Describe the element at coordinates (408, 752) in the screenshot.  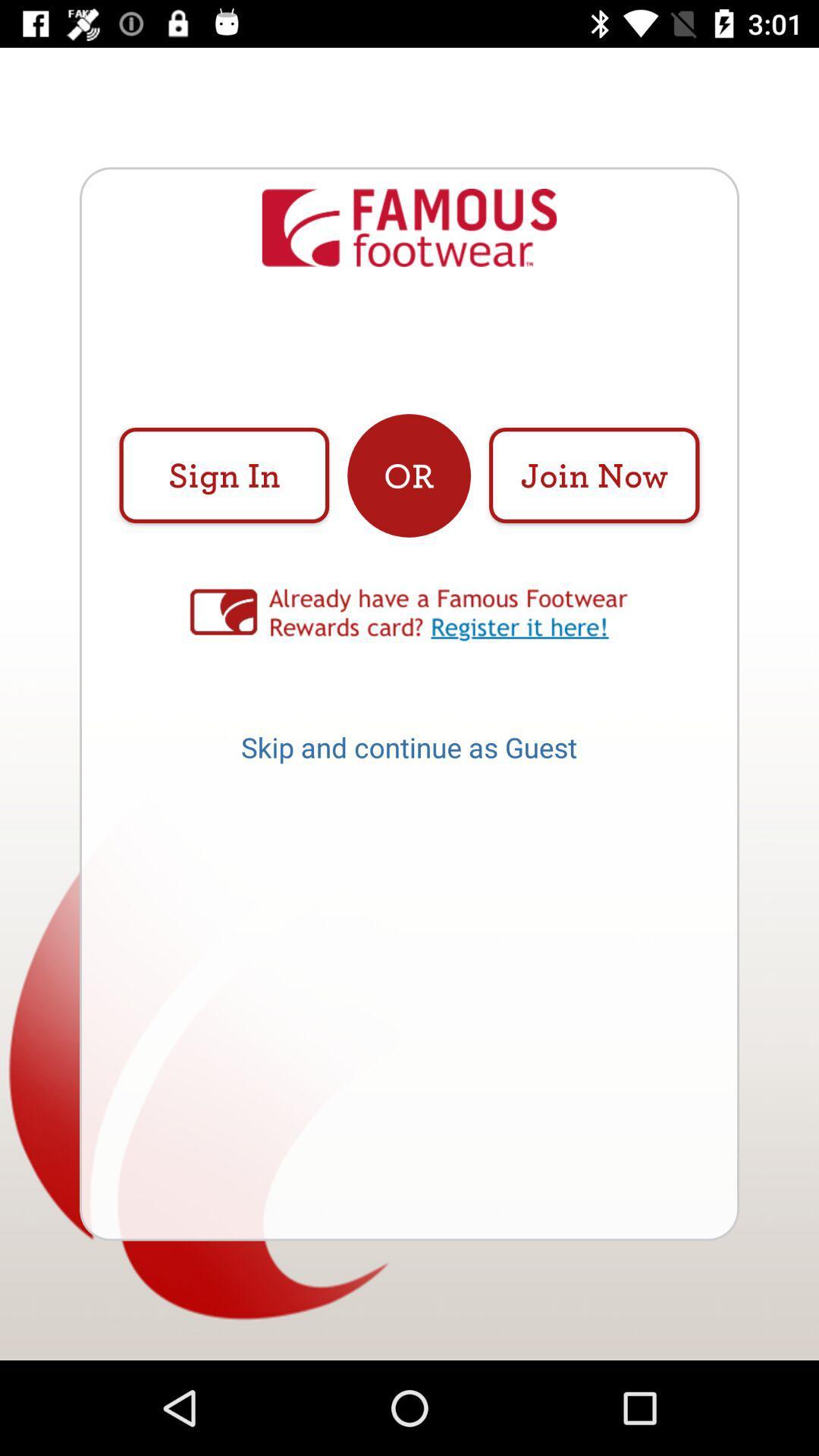
I see `skip and continue item` at that location.